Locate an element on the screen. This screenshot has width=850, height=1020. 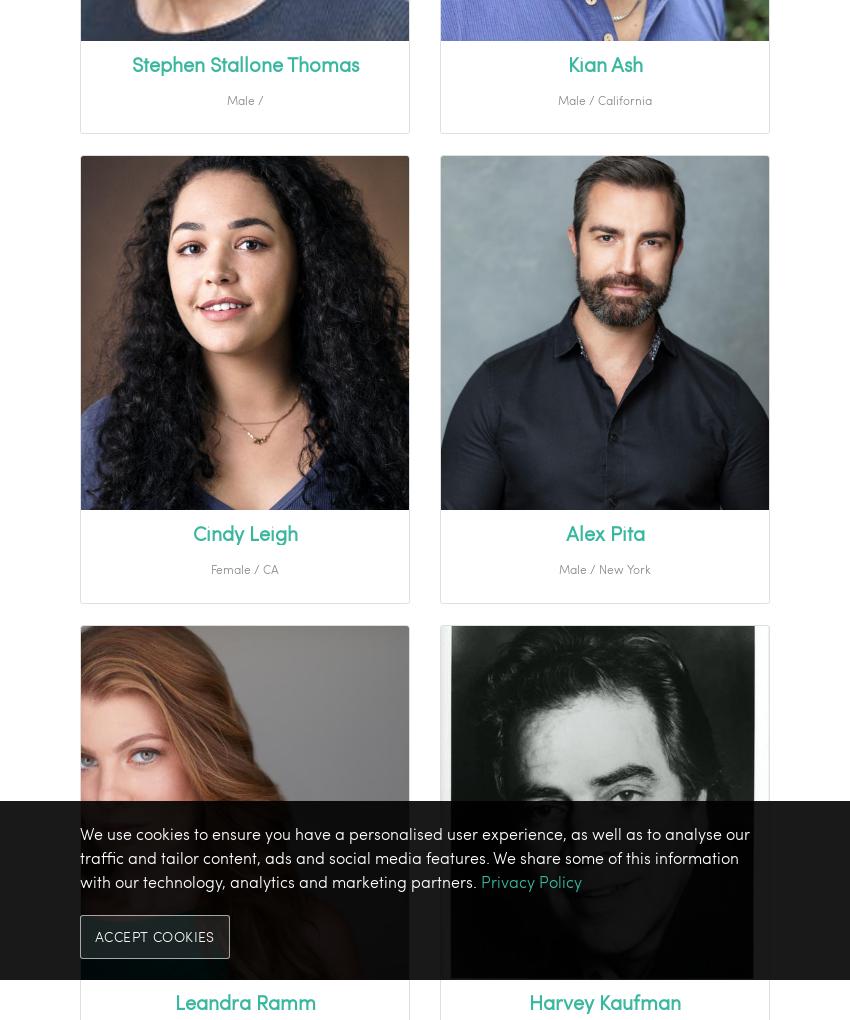
'Cindy Leigh' is located at coordinates (244, 531).